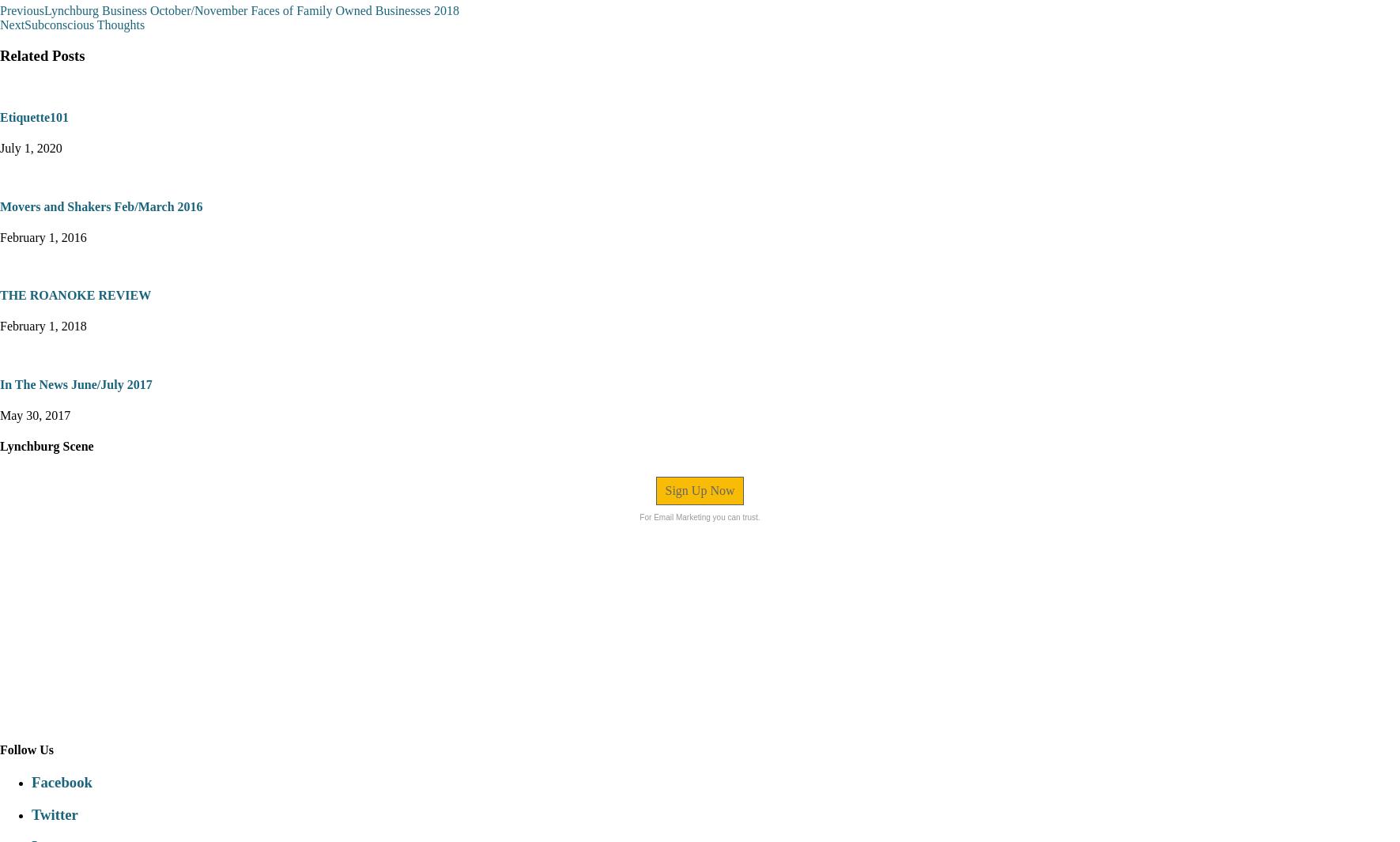 This screenshot has height=842, width=1400. I want to click on 'Previous', so click(21, 9).